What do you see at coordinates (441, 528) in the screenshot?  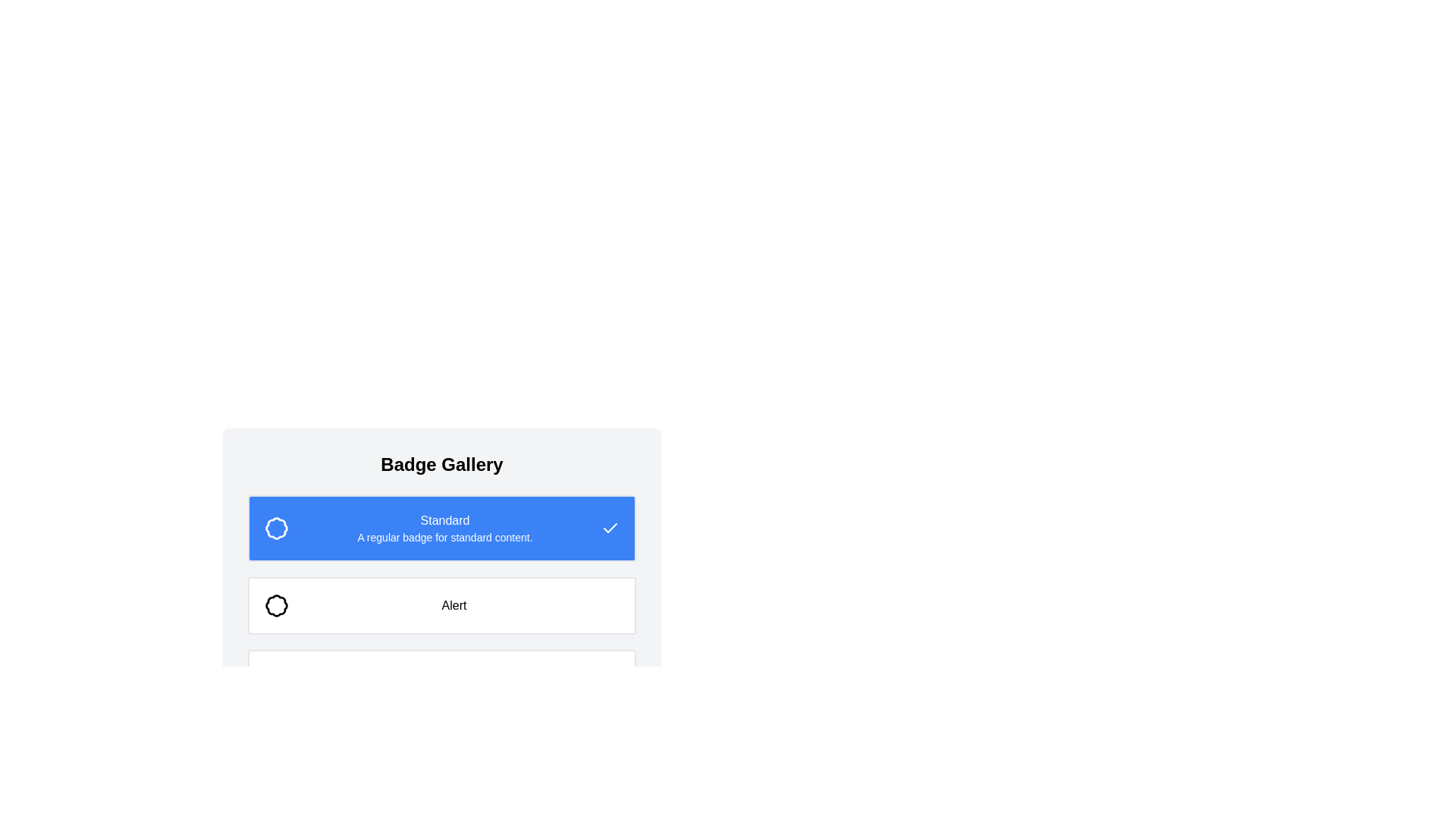 I see `the Informational badge with a blue background and the title 'Standard' that is positioned under the 'Badge Gallery' header` at bounding box center [441, 528].